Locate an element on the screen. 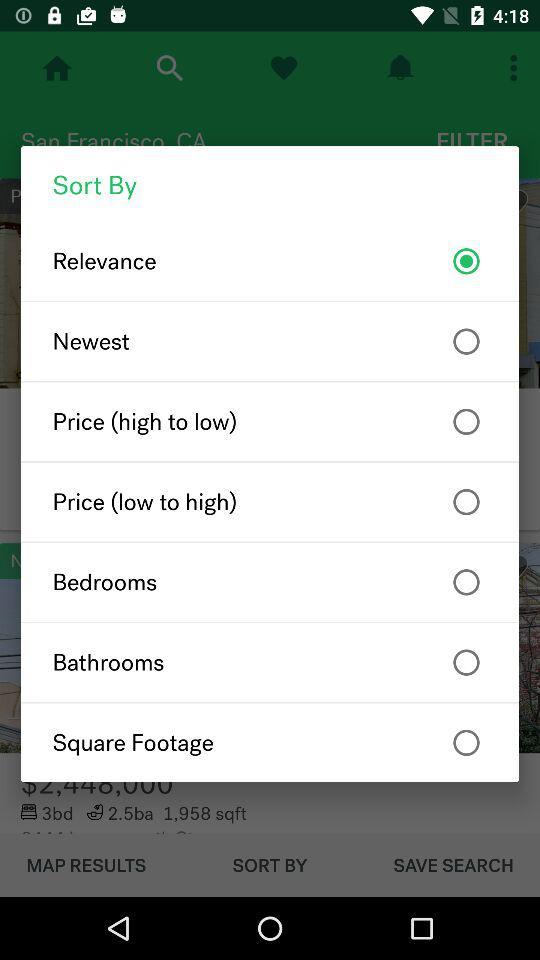 The height and width of the screenshot is (960, 540). the icon below bedrooms item is located at coordinates (270, 662).